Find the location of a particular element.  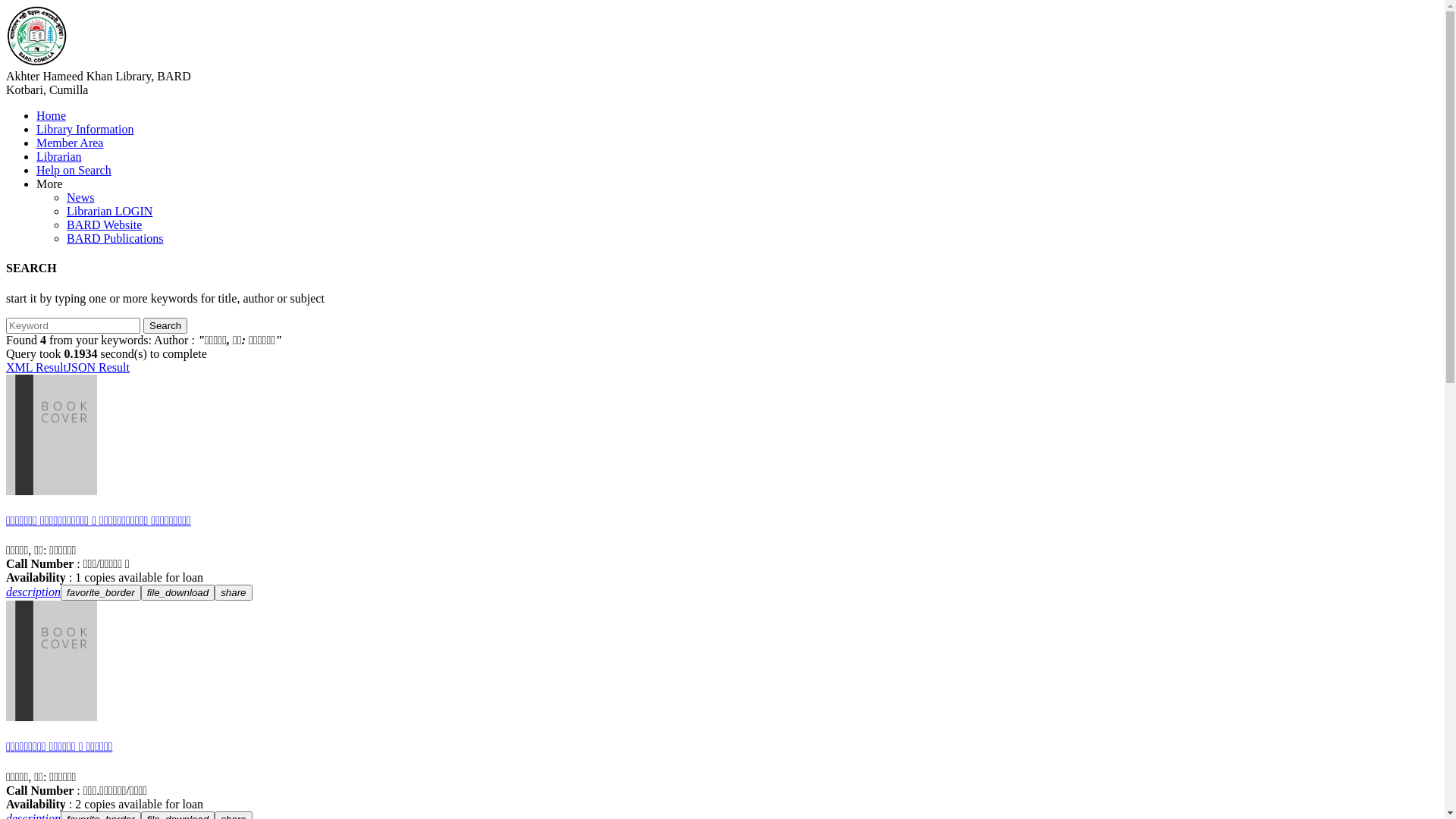

'favorite_border' is located at coordinates (100, 591).